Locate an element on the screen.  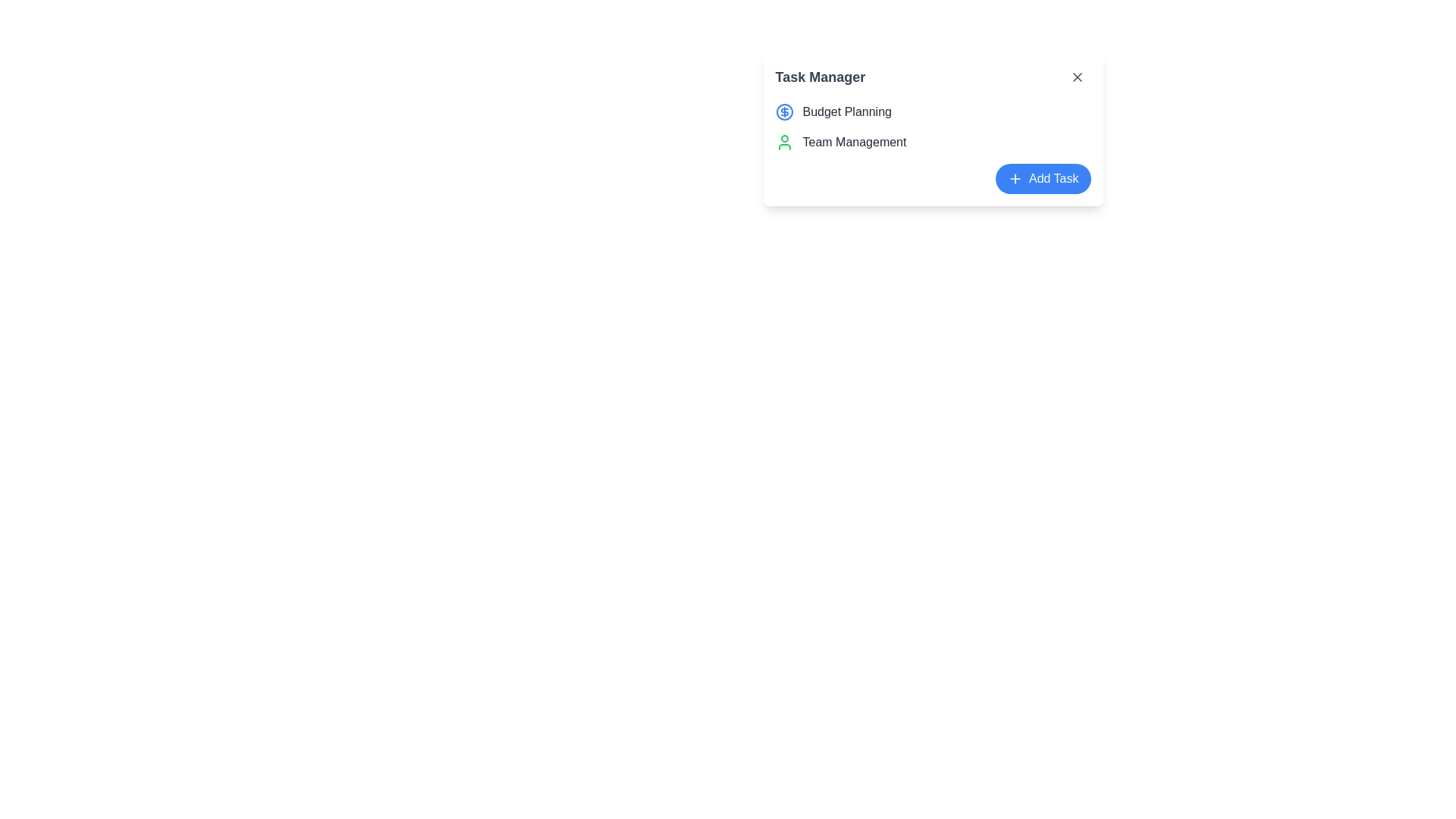
the 'Add Task' button located at the bottom-right corner of the 'Task Manager' section is located at coordinates (1042, 177).